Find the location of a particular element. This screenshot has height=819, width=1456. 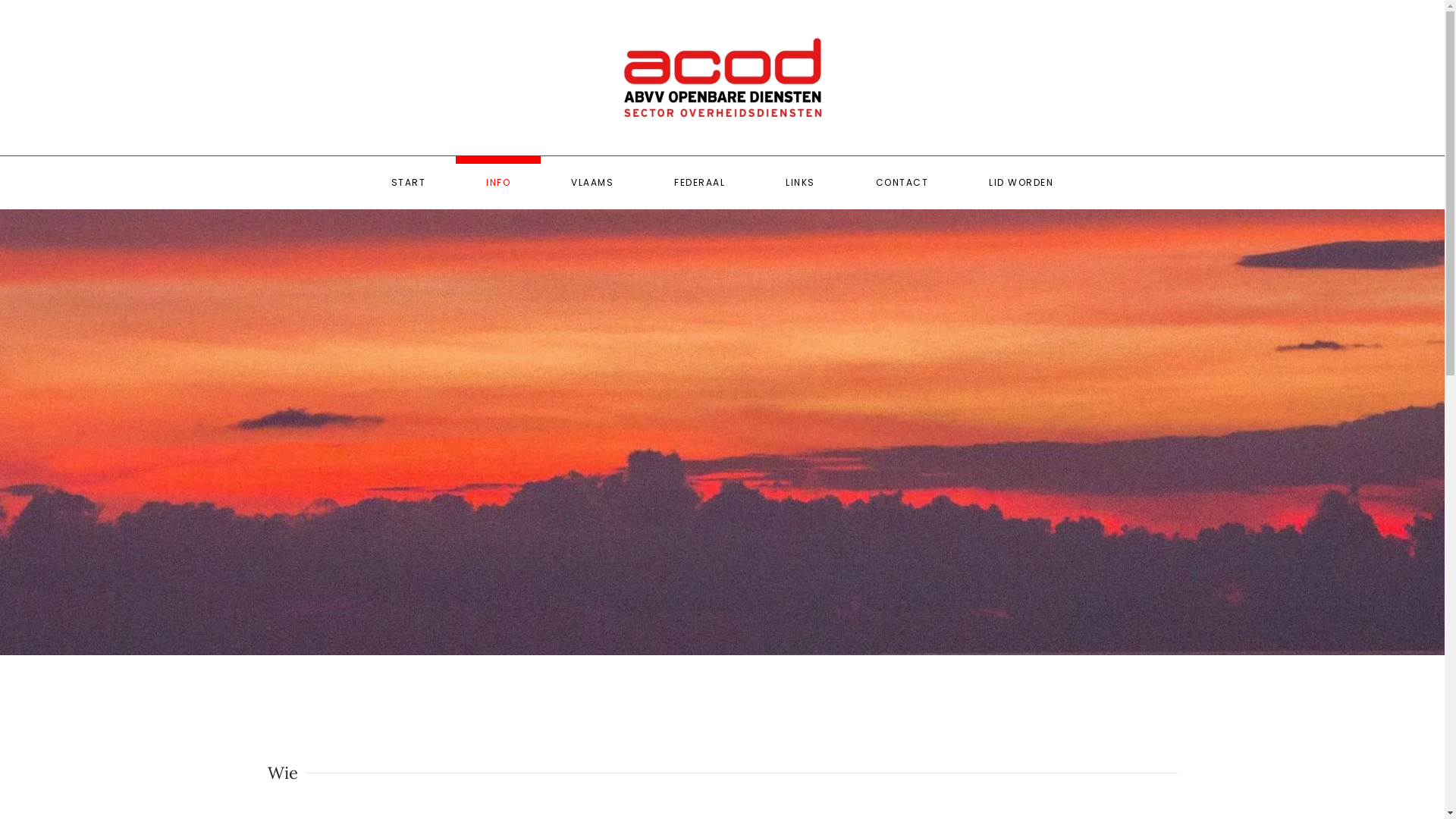

'VLAAMS' is located at coordinates (541, 181).